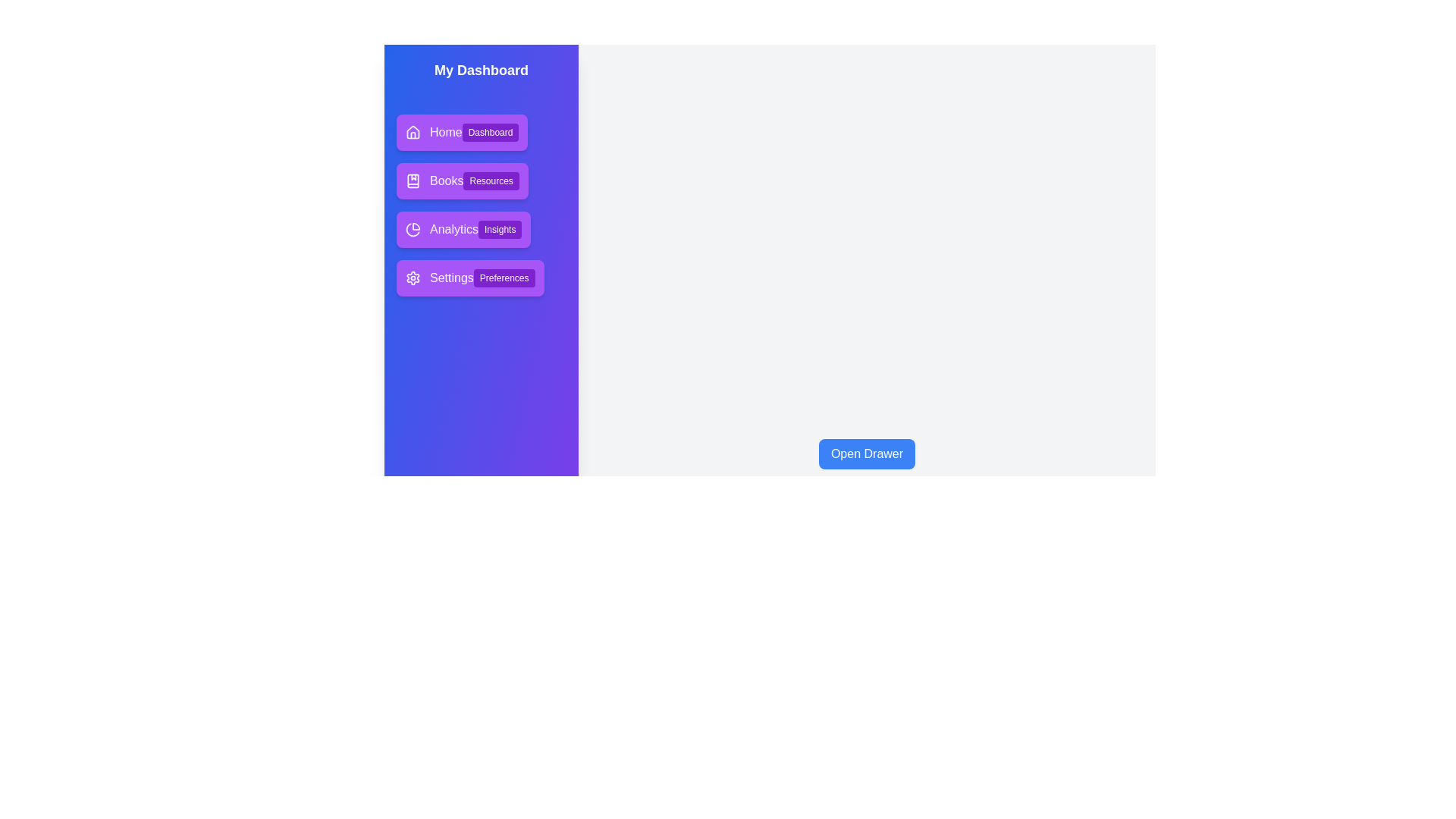  Describe the element at coordinates (463, 230) in the screenshot. I see `the menu item Analytics to select it` at that location.